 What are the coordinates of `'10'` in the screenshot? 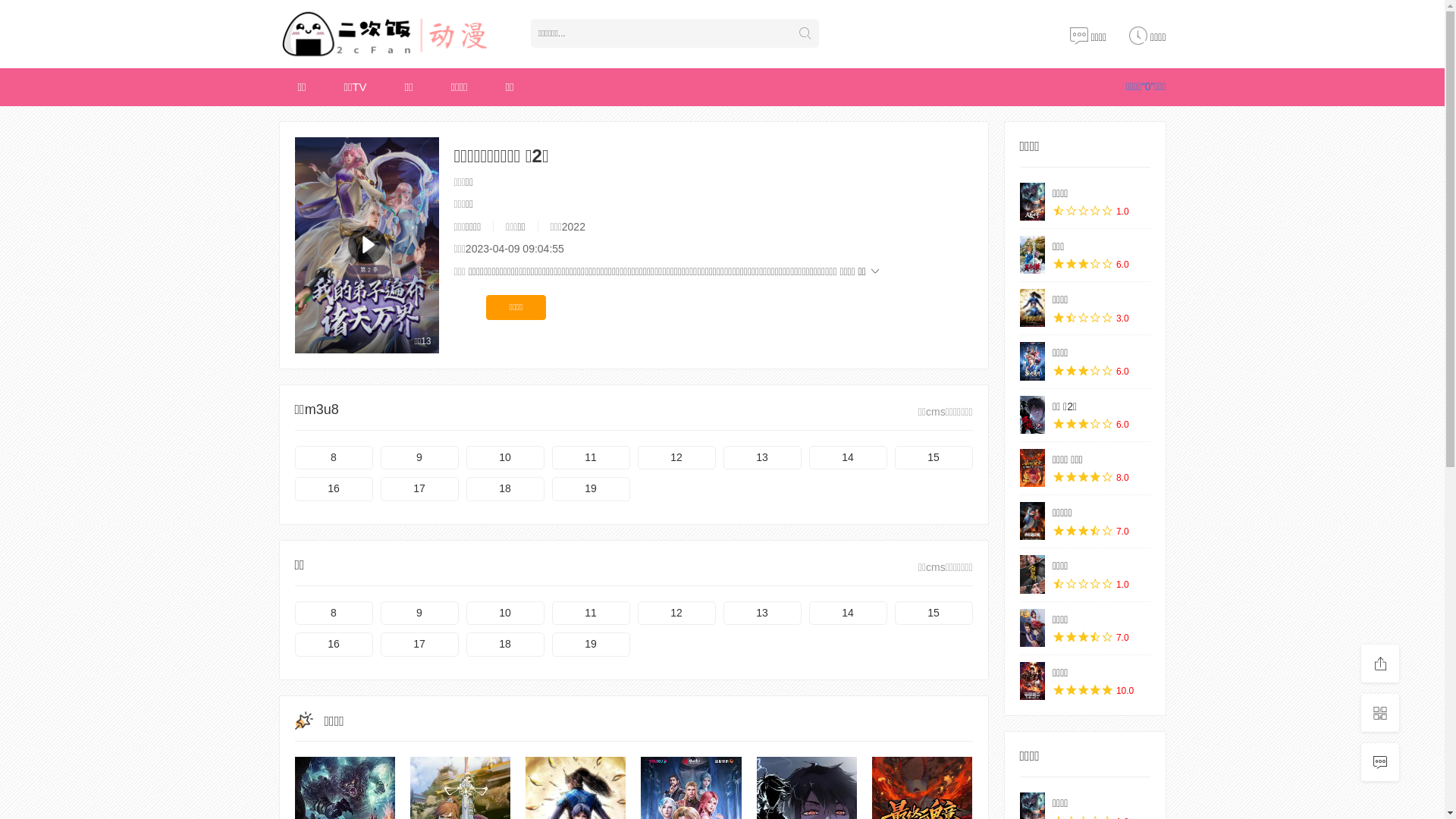 It's located at (504, 457).